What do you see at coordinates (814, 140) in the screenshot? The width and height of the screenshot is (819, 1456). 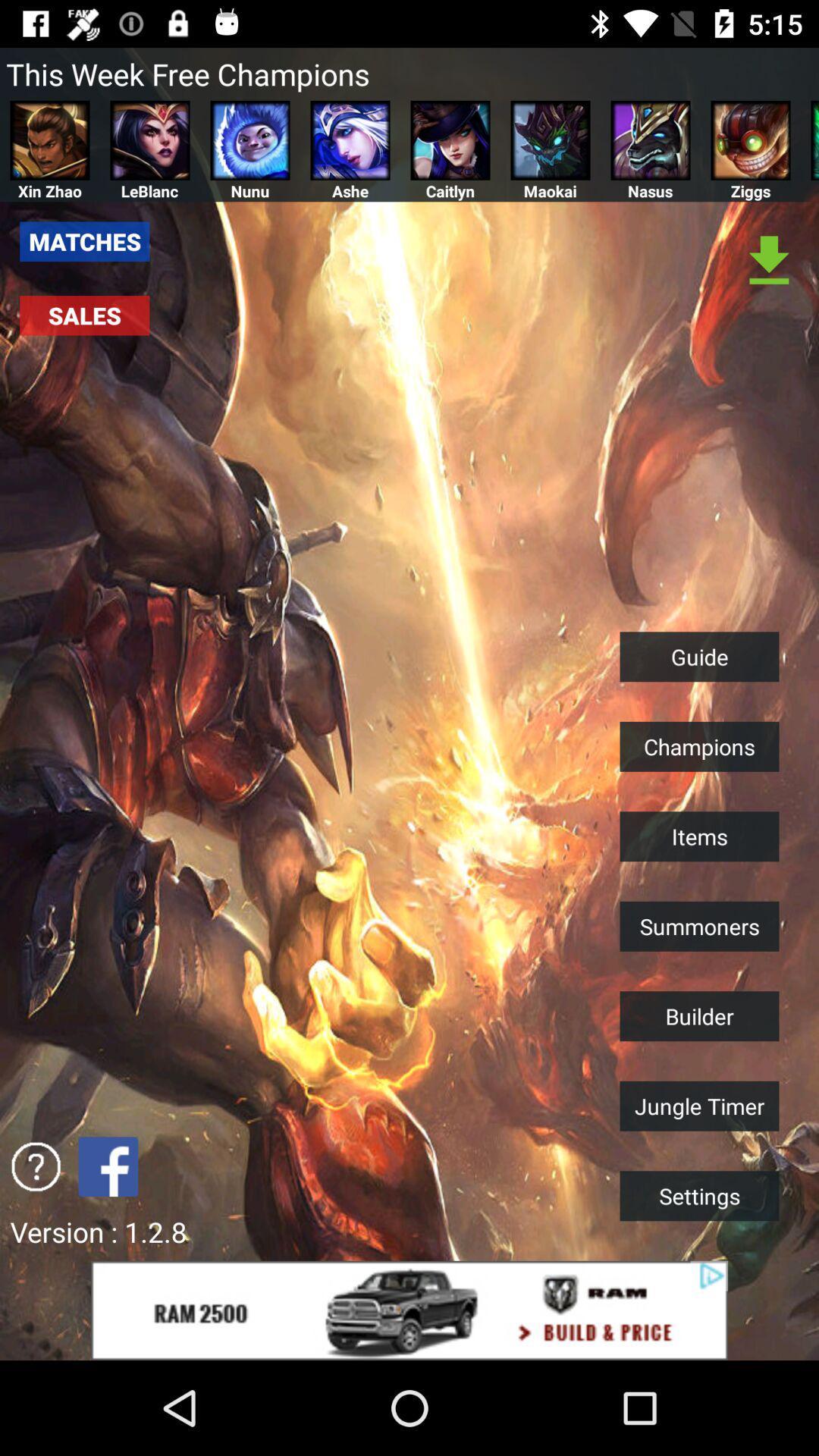 I see `the menu icon` at bounding box center [814, 140].